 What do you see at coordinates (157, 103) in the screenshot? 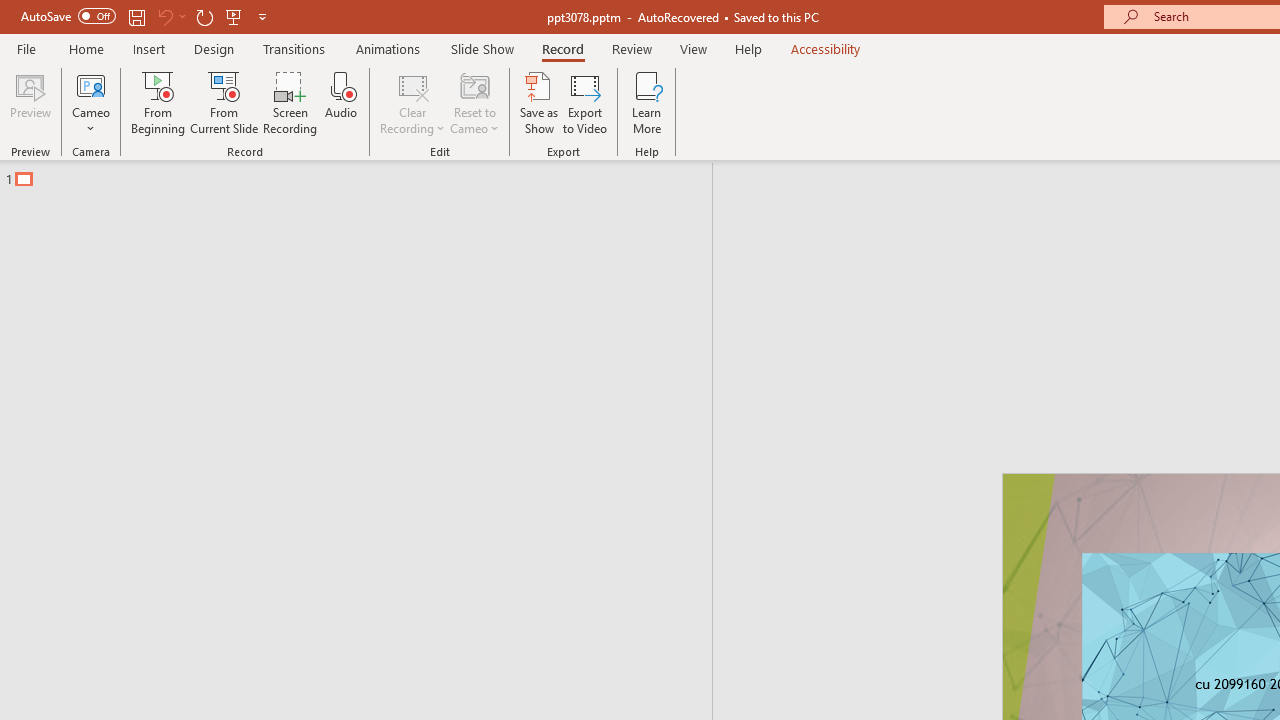
I see `'From Beginning...'` at bounding box center [157, 103].